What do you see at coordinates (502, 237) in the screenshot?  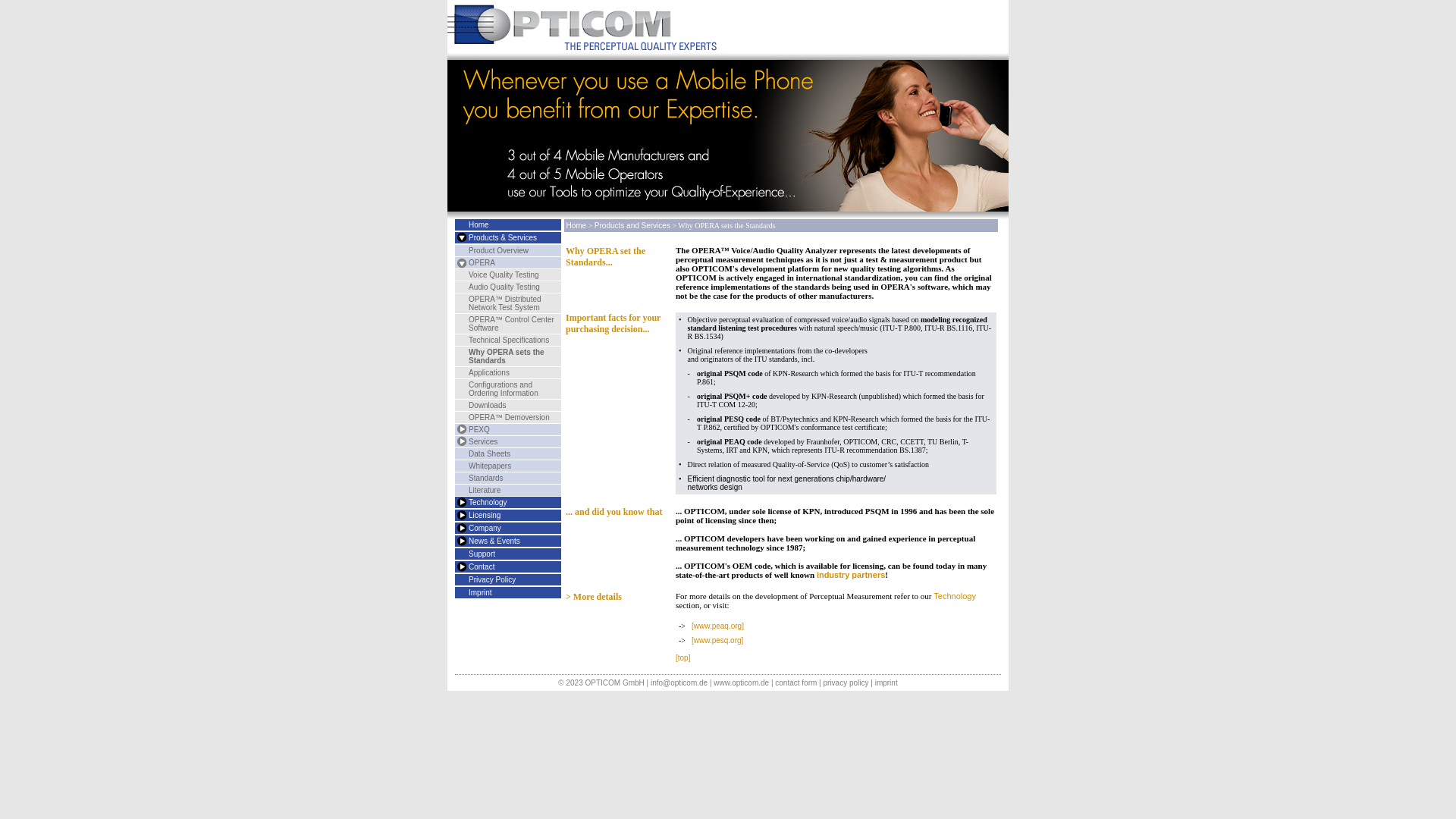 I see `'Products & Services'` at bounding box center [502, 237].